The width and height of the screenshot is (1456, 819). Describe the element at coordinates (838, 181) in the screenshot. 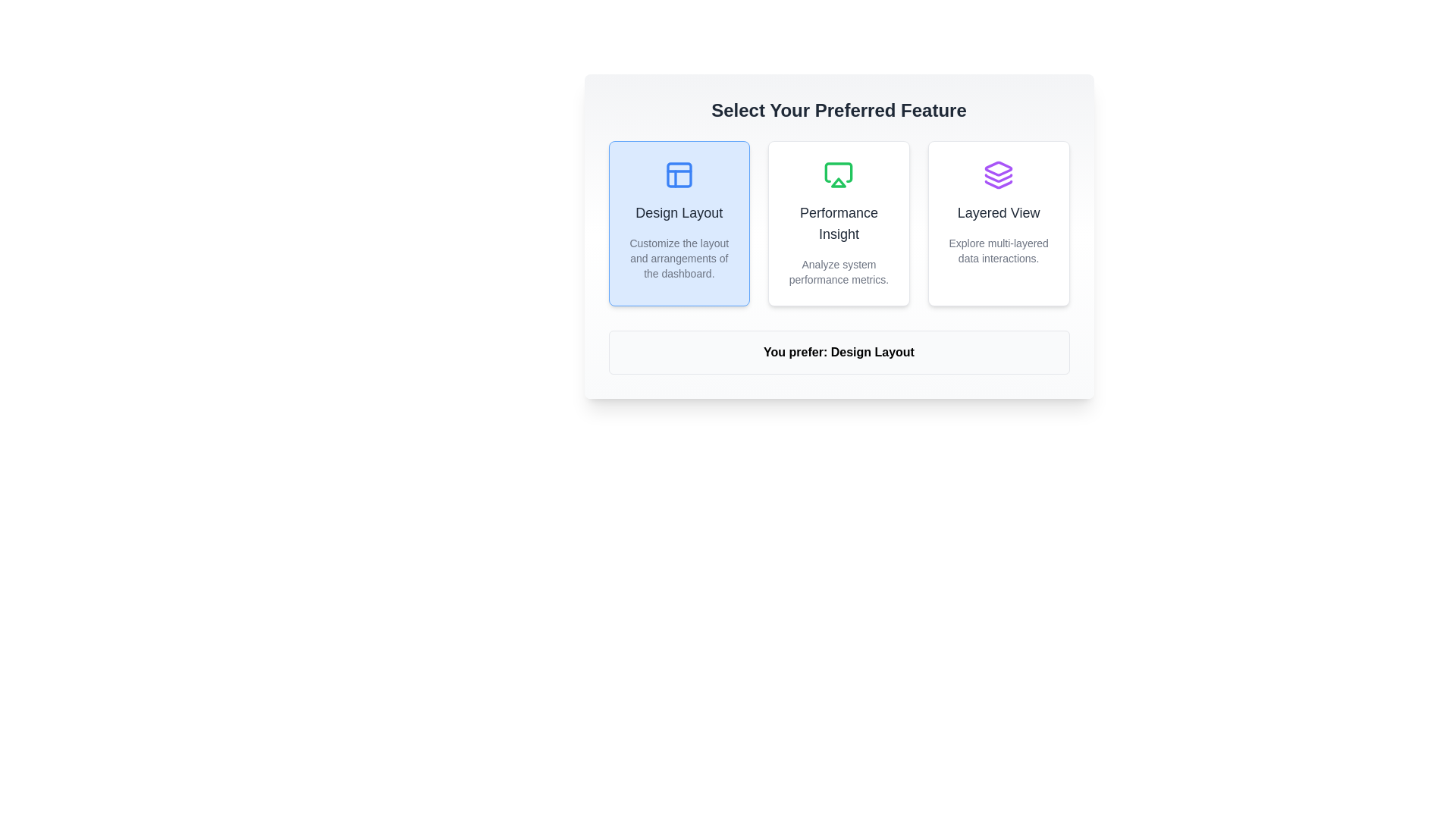

I see `the 'Performance Insight' icon, which is an SVG graphic located under a green-themed heading, situated between other similar icon options` at that location.